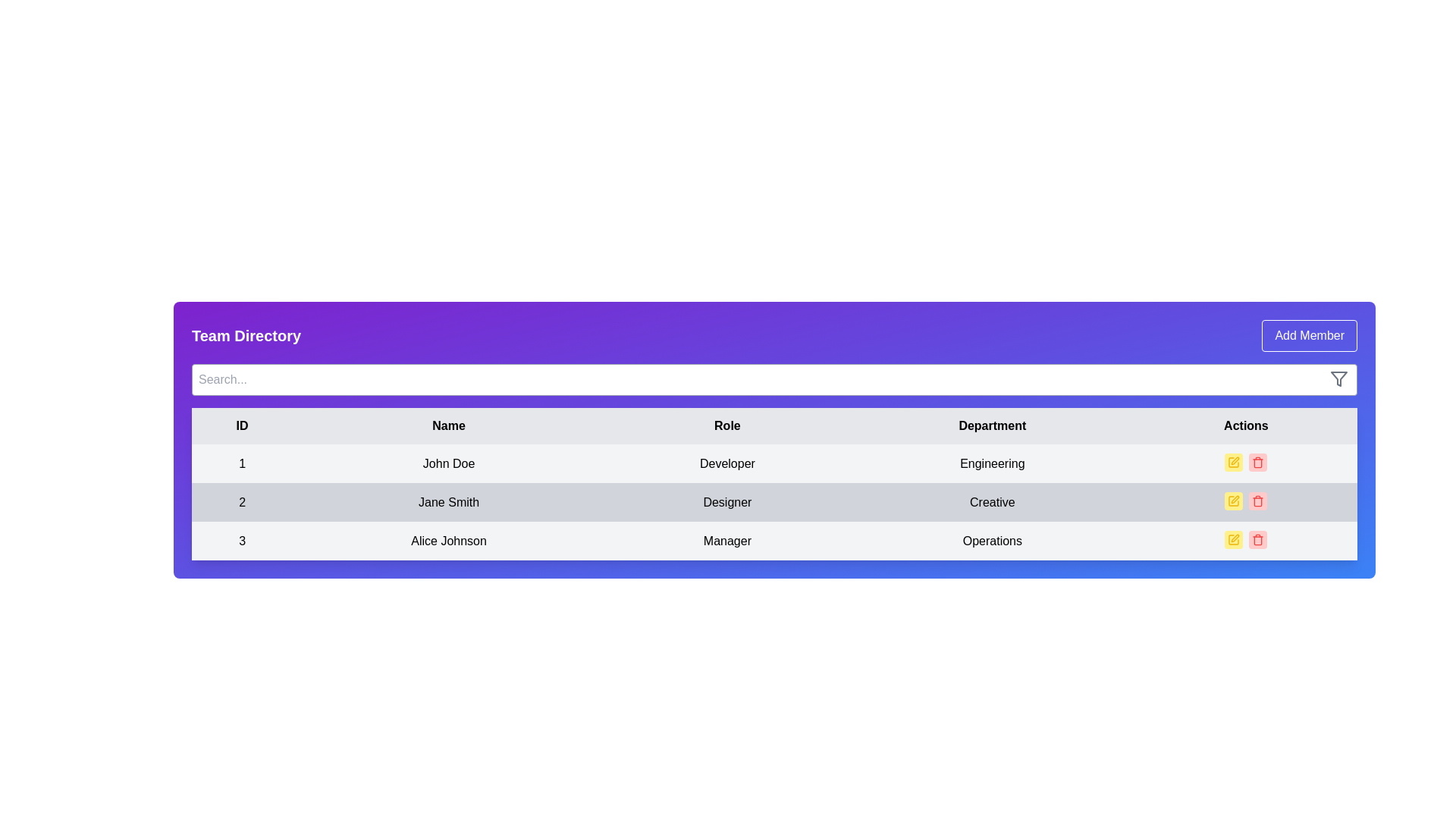 The height and width of the screenshot is (819, 1456). Describe the element at coordinates (992, 502) in the screenshot. I see `the 'Creative' text label in the fourth column of the second data row in the 'Team Directory' interface, which has a light gray background` at that location.